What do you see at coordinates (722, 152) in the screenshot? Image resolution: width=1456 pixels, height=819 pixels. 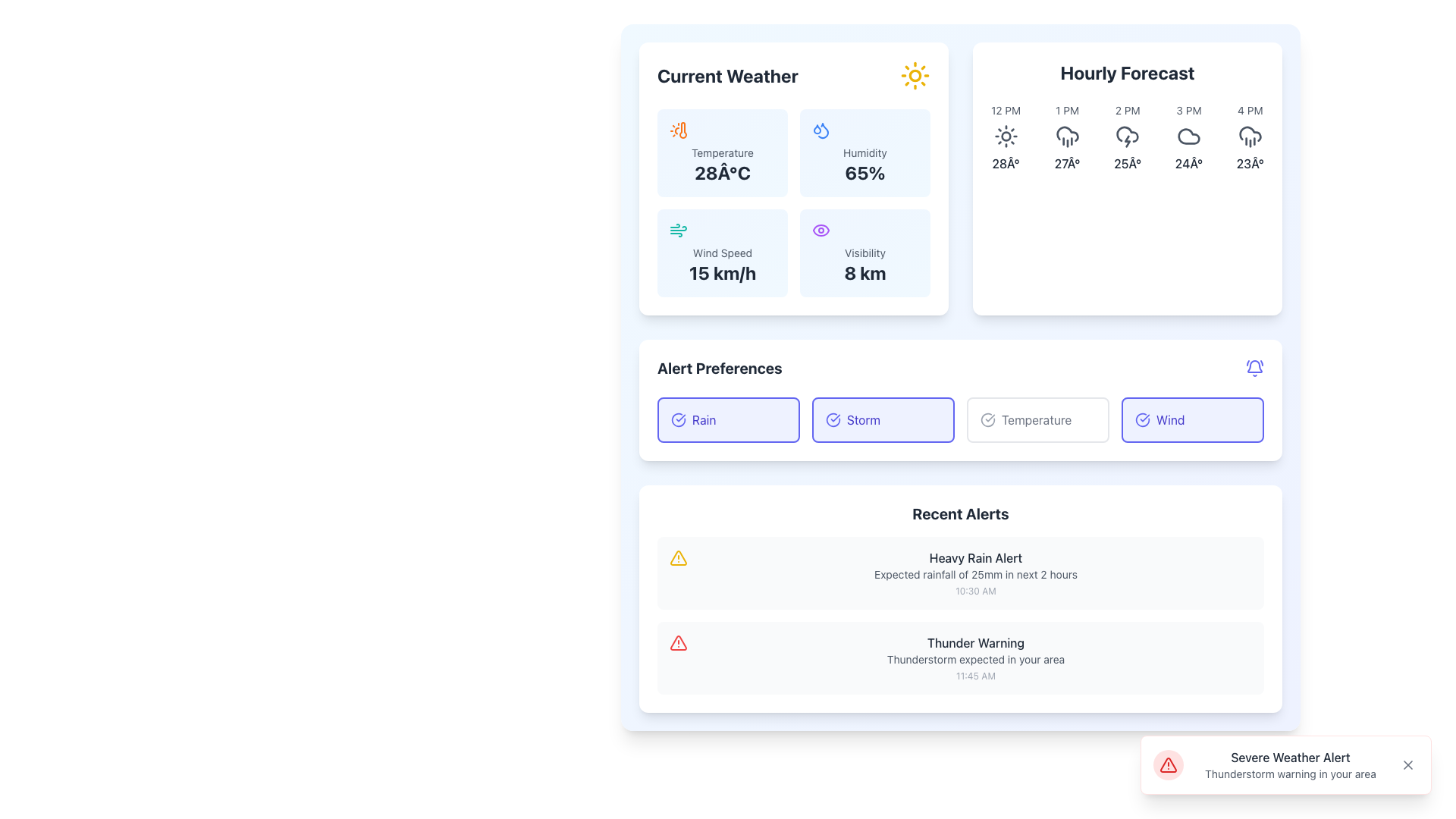 I see `the static text element labeled 'Temperature' located in the 'Current Weather' section, which indicates the temperature value displayed below it` at bounding box center [722, 152].